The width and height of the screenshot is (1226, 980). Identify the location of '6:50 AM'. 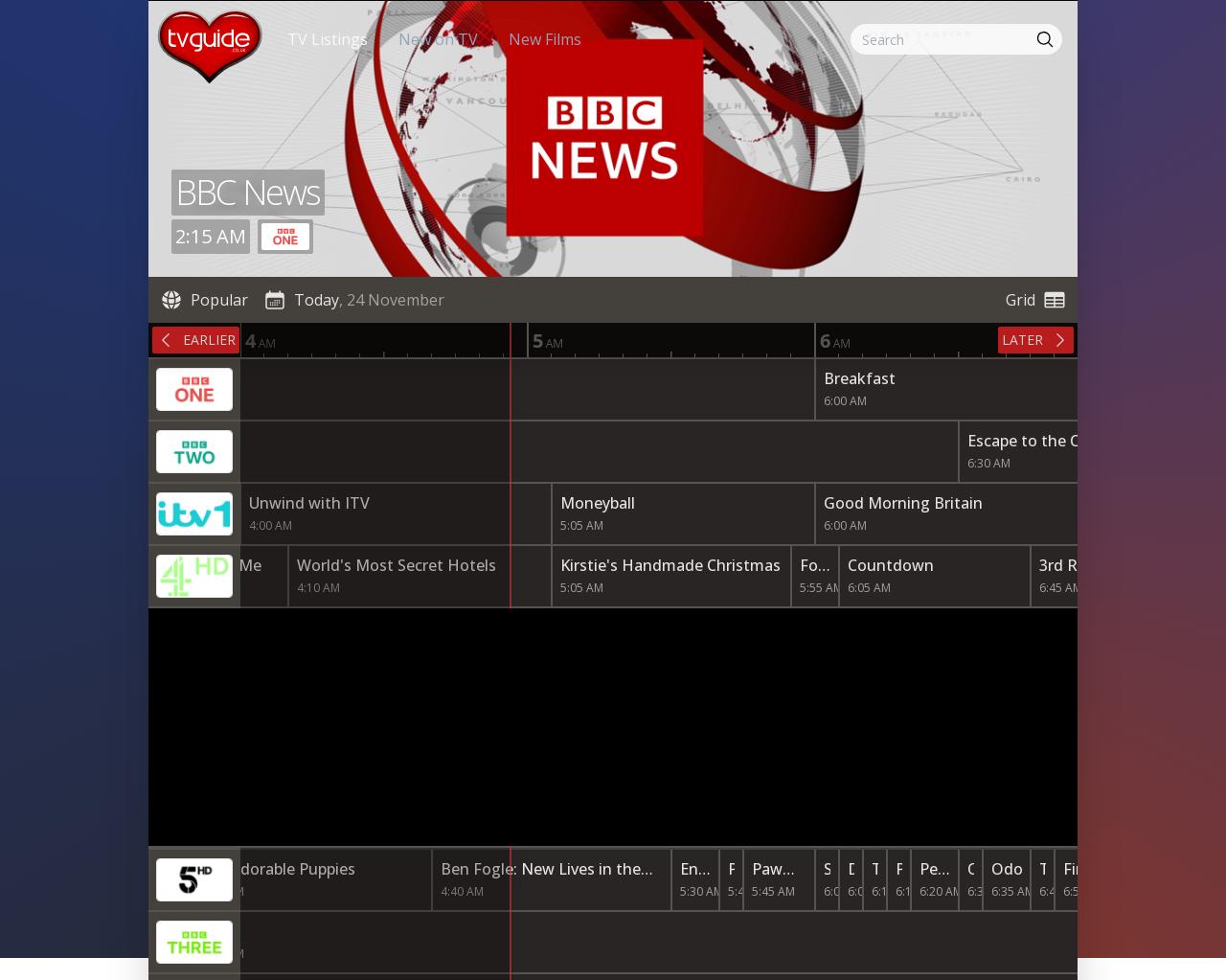
(1062, 890).